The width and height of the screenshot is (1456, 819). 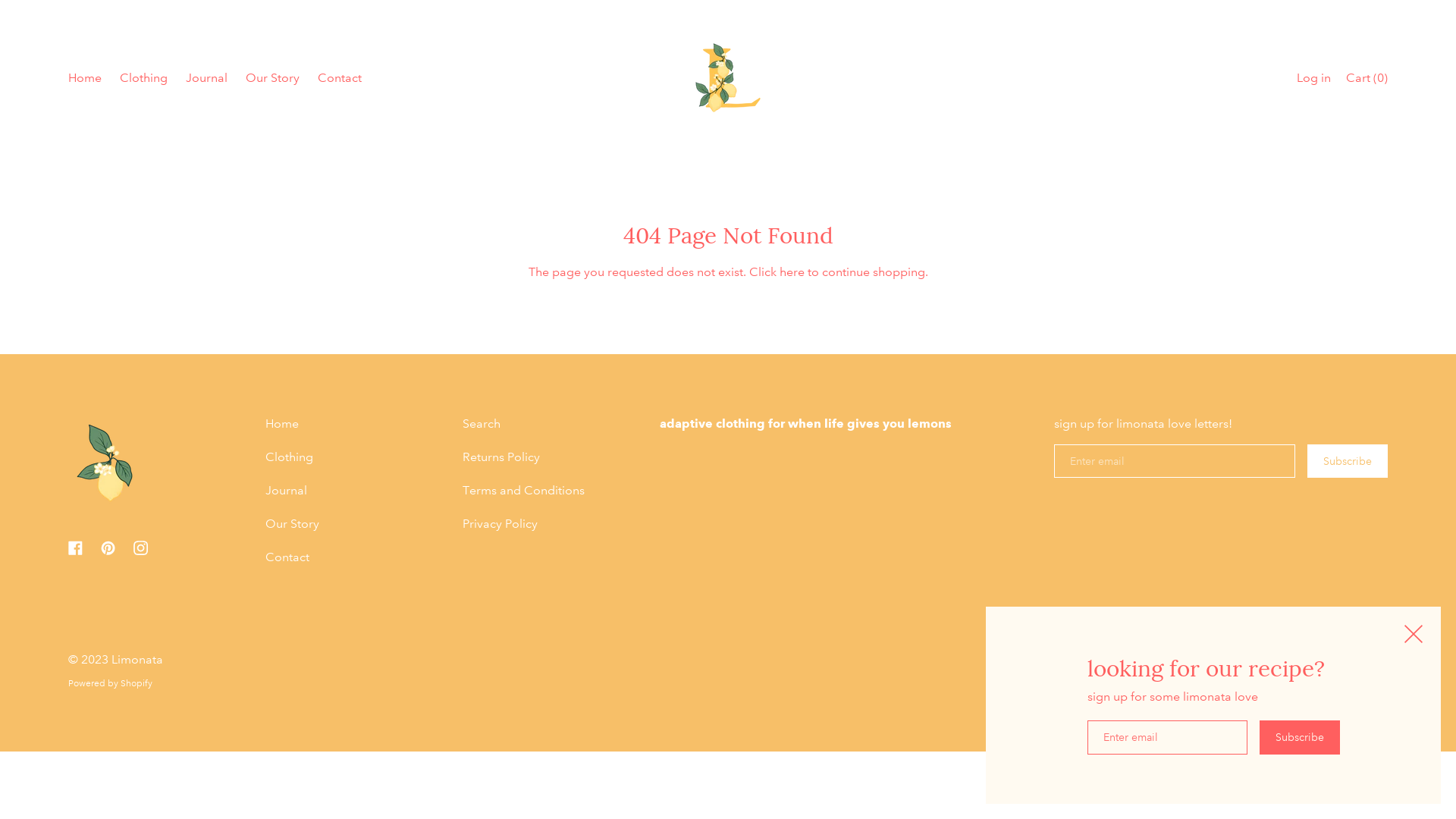 What do you see at coordinates (501, 456) in the screenshot?
I see `'Returns Policy'` at bounding box center [501, 456].